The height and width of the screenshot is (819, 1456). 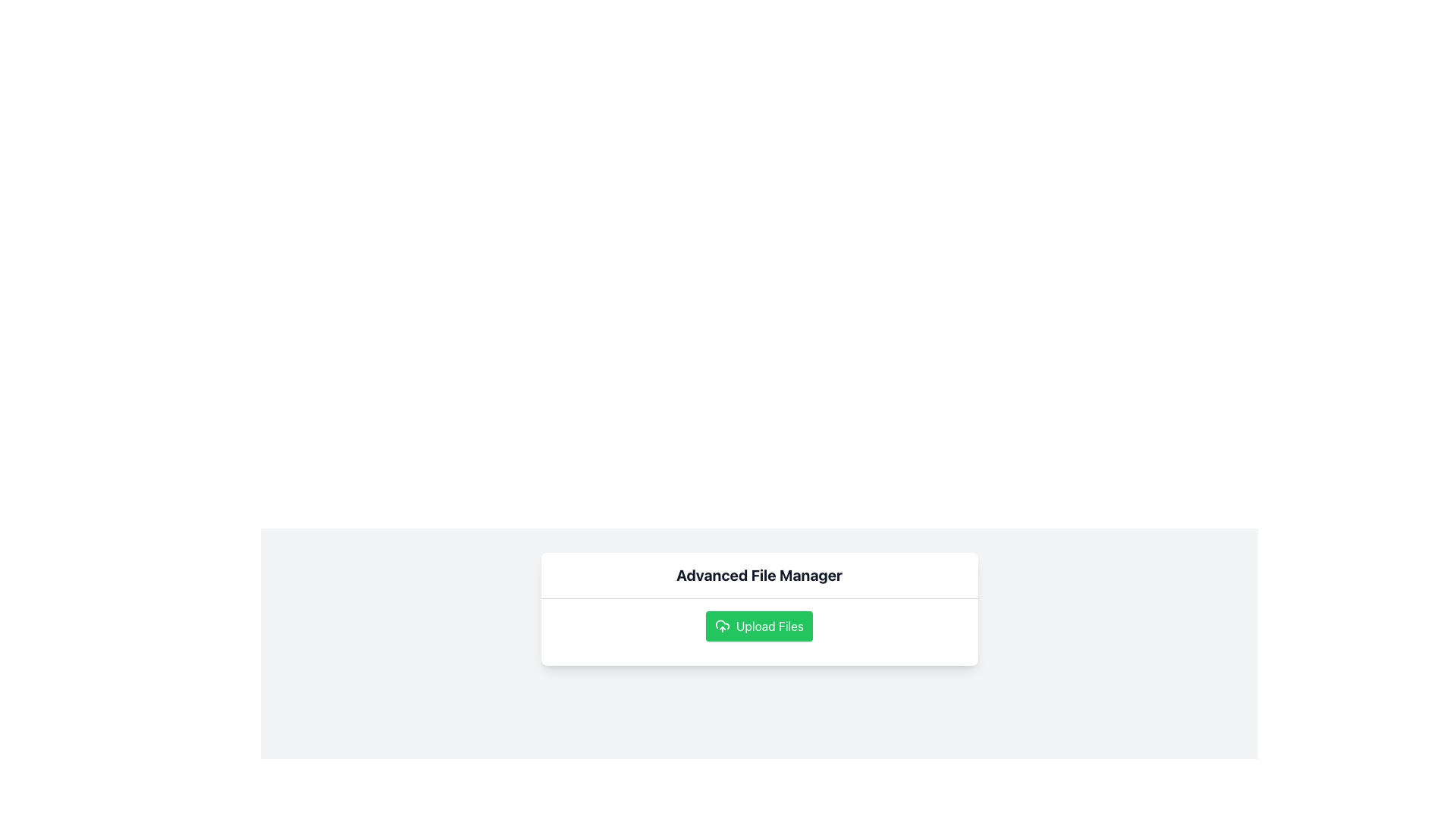 What do you see at coordinates (721, 626) in the screenshot?
I see `the upload icon represented by an SVG graphic located within the green button labeled 'Upload Files', positioned to the left of the label text` at bounding box center [721, 626].